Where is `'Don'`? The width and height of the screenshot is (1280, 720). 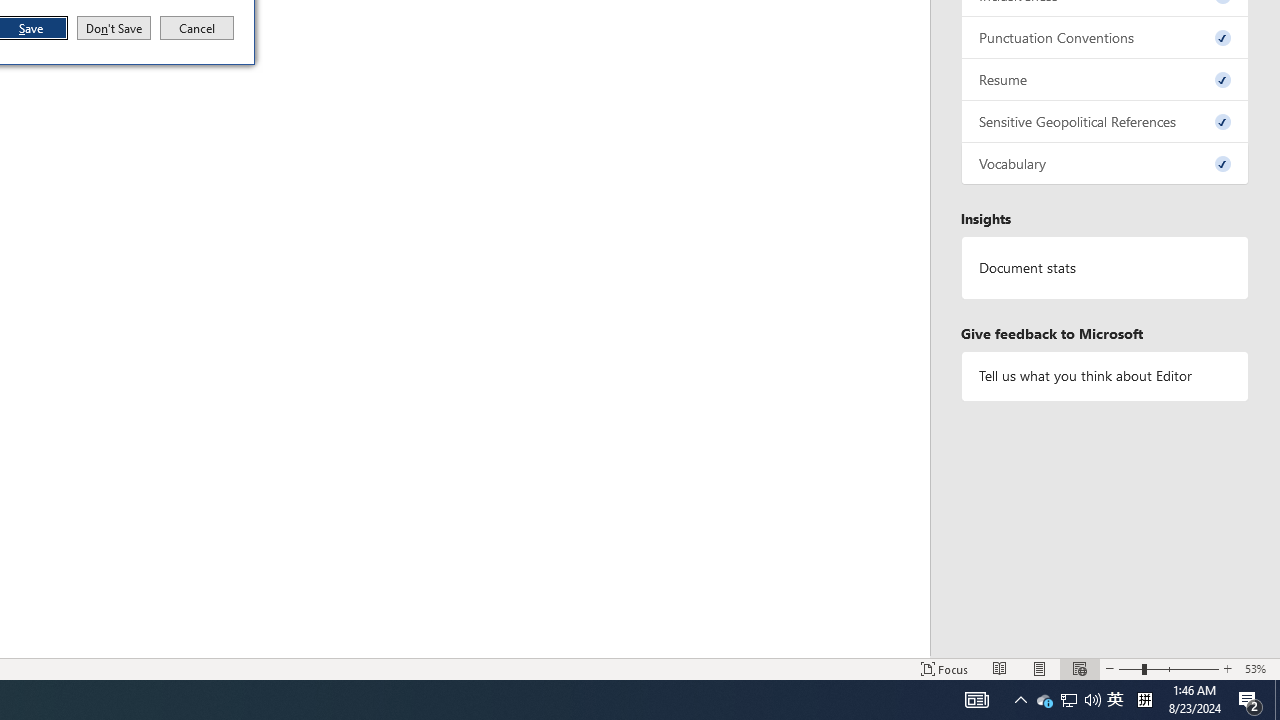
'Don' is located at coordinates (112, 28).